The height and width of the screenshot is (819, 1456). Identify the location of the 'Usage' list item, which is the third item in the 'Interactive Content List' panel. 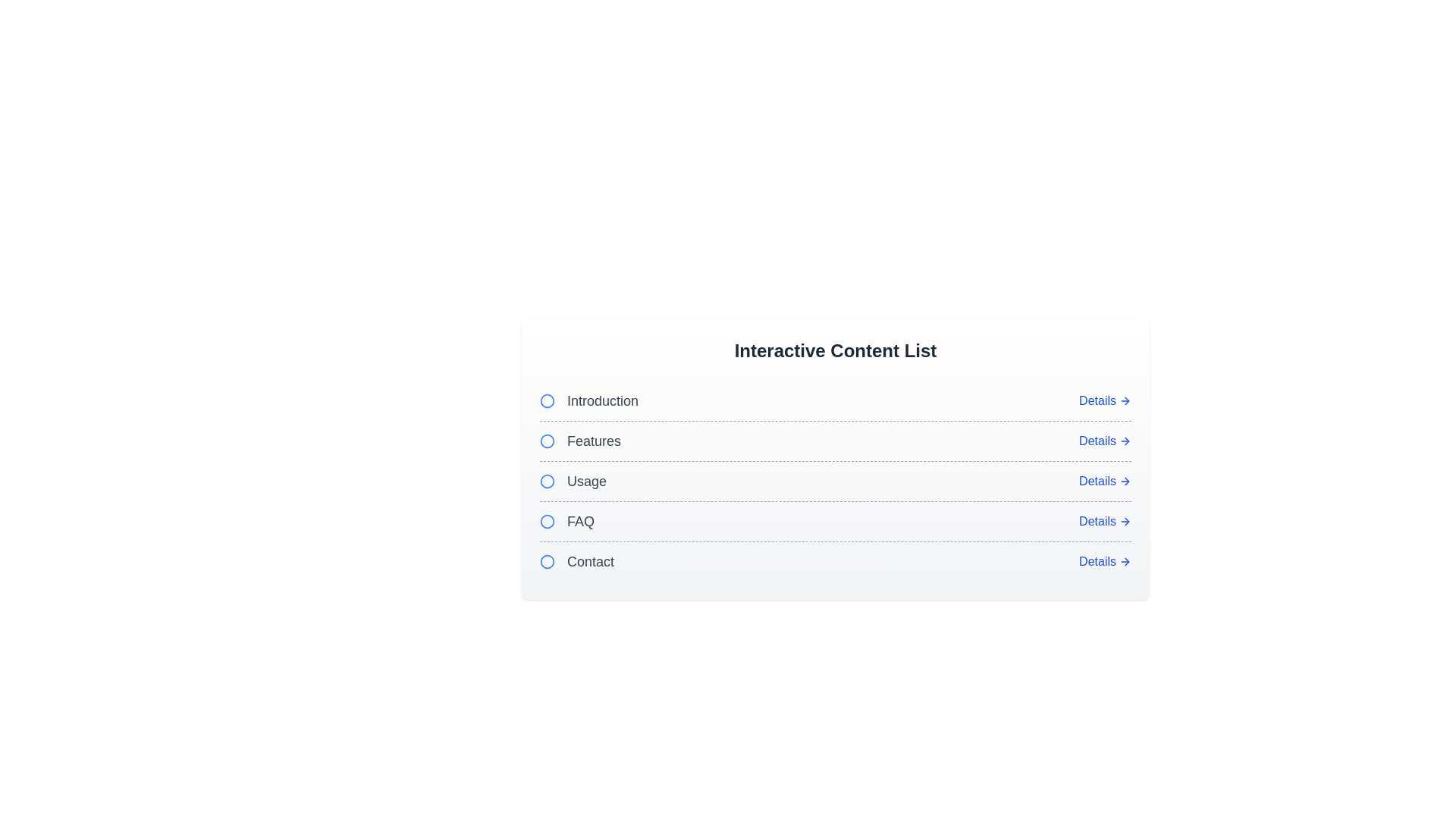
(835, 482).